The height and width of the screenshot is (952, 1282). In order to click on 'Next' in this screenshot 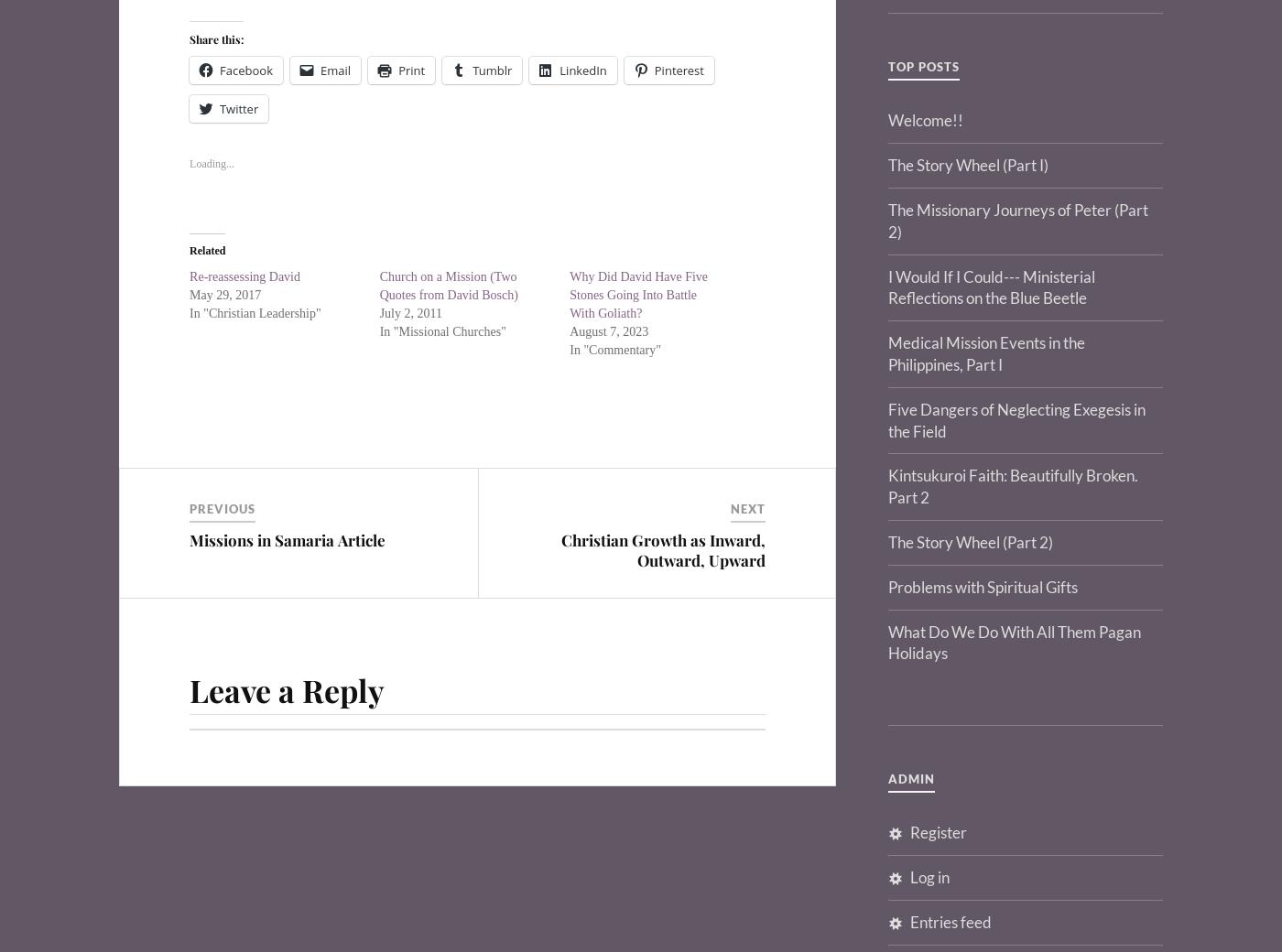, I will do `click(747, 507)`.